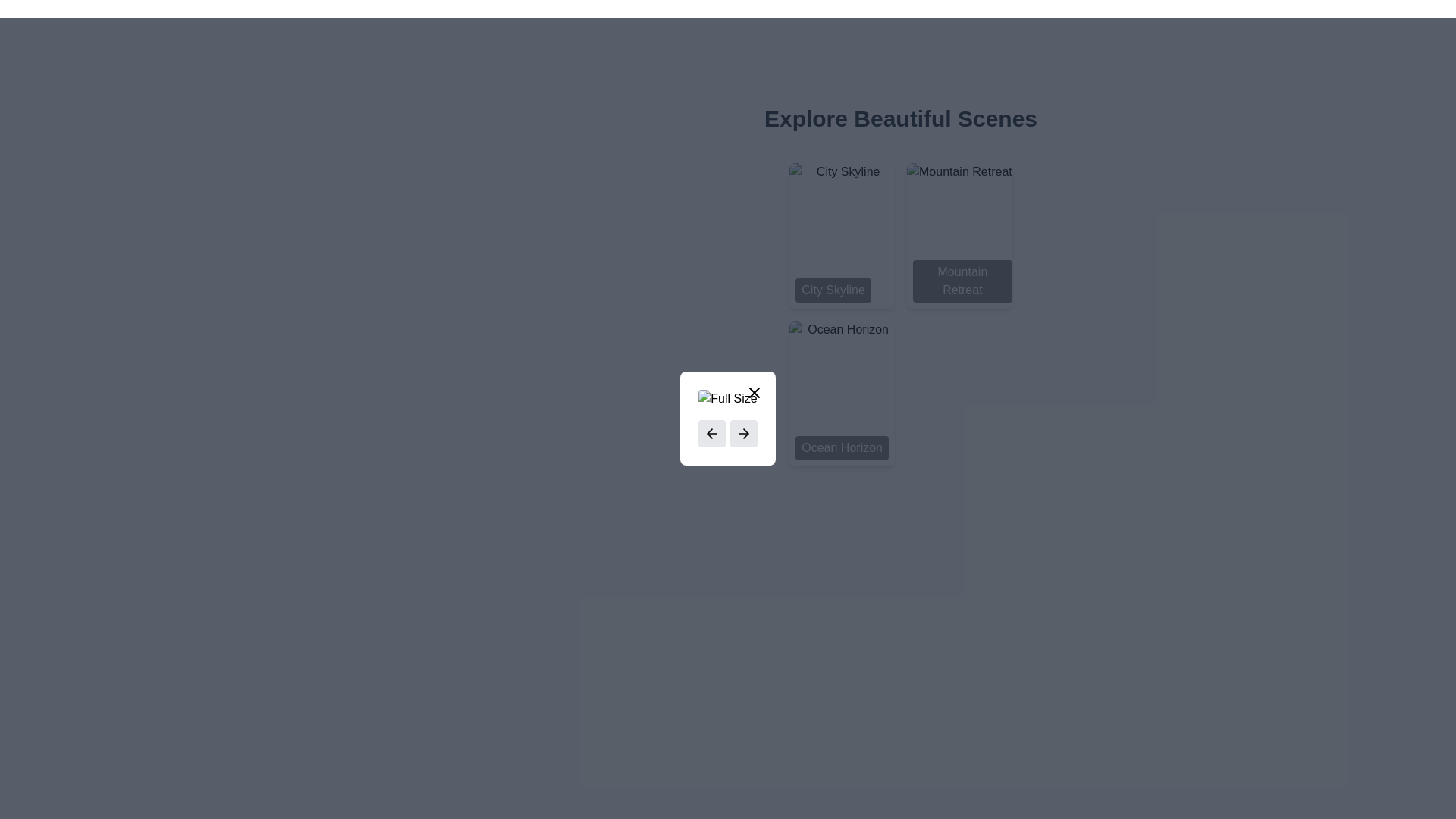 Image resolution: width=1456 pixels, height=819 pixels. What do you see at coordinates (728, 397) in the screenshot?
I see `the 'Full Size' image element displayed in a rectangular shape` at bounding box center [728, 397].